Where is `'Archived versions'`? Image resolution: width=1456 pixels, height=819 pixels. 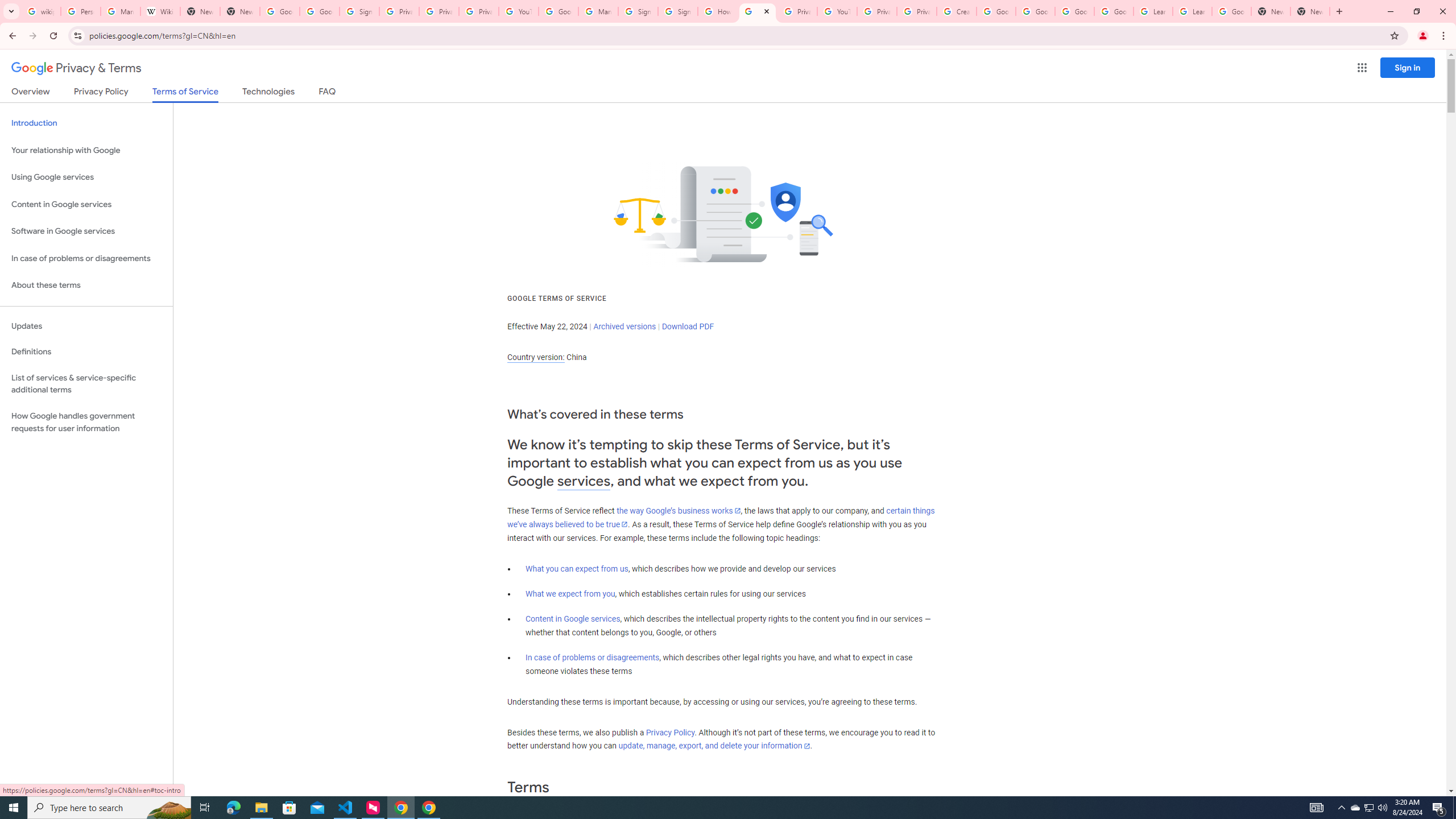 'Archived versions' is located at coordinates (624, 325).